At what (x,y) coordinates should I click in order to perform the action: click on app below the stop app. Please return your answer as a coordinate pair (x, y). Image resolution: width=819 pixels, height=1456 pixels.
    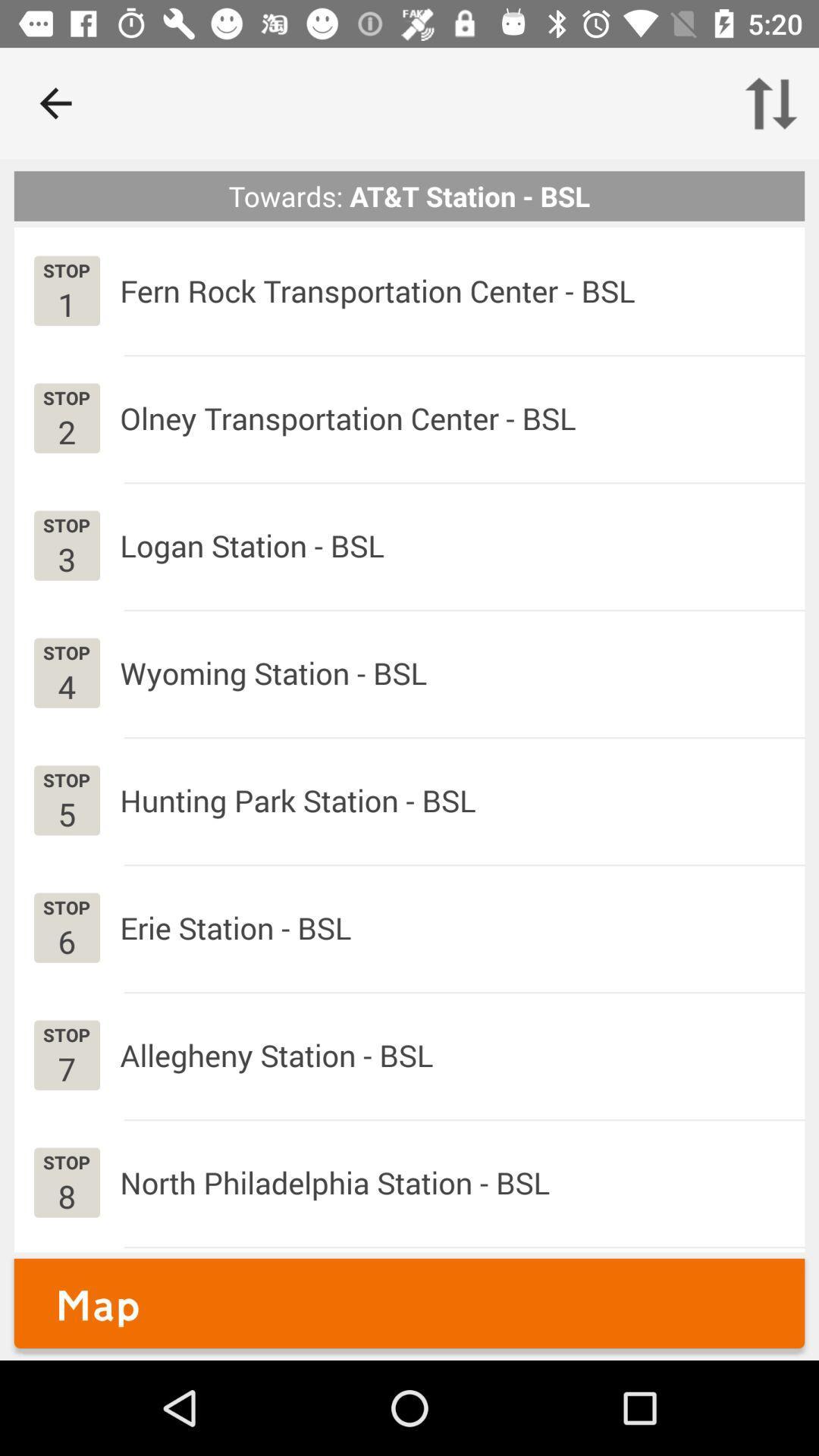
    Looking at the image, I should click on (66, 1068).